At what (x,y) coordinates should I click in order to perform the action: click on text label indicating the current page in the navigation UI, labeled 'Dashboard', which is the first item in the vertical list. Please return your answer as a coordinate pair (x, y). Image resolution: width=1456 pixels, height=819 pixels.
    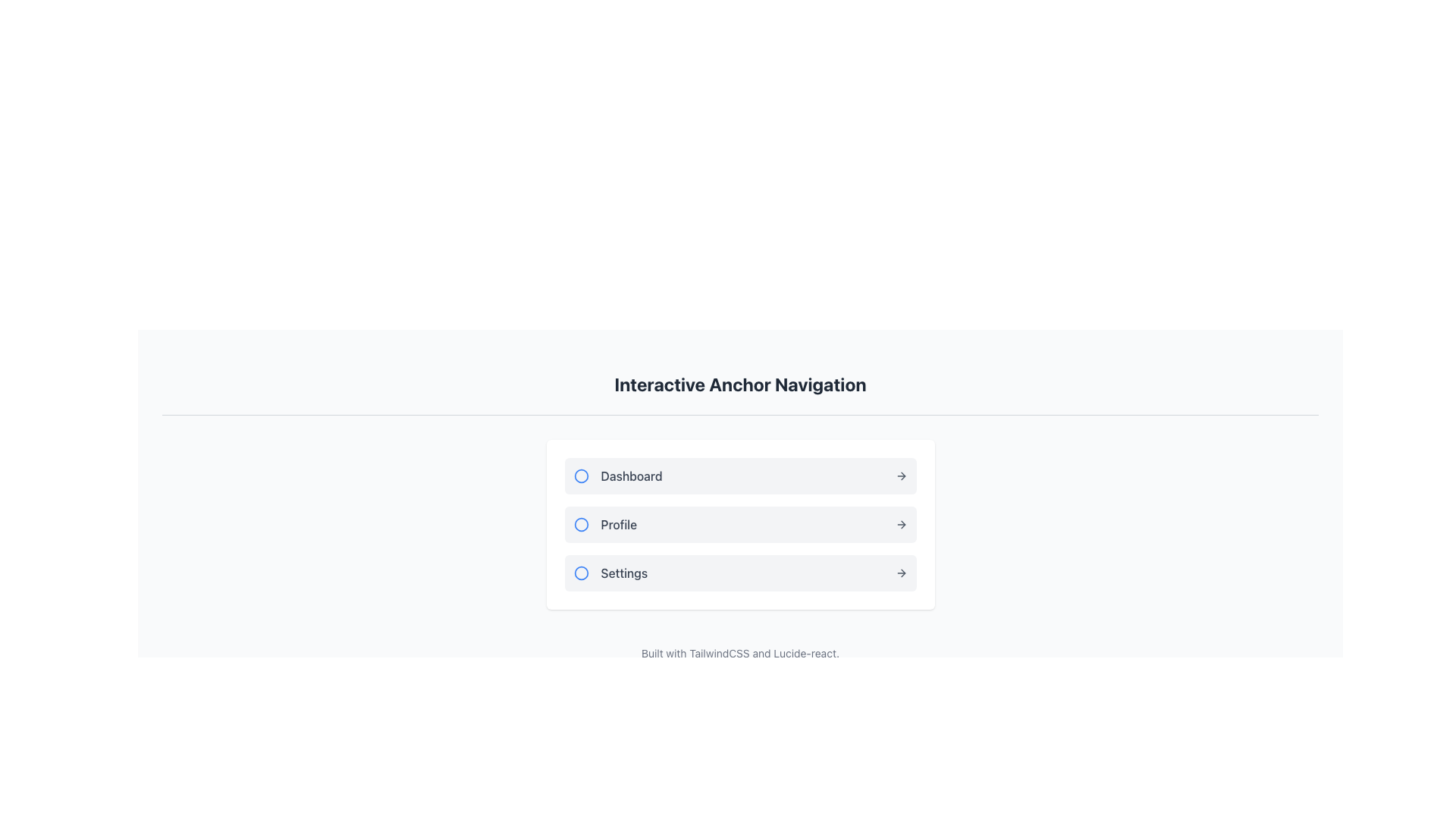
    Looking at the image, I should click on (618, 475).